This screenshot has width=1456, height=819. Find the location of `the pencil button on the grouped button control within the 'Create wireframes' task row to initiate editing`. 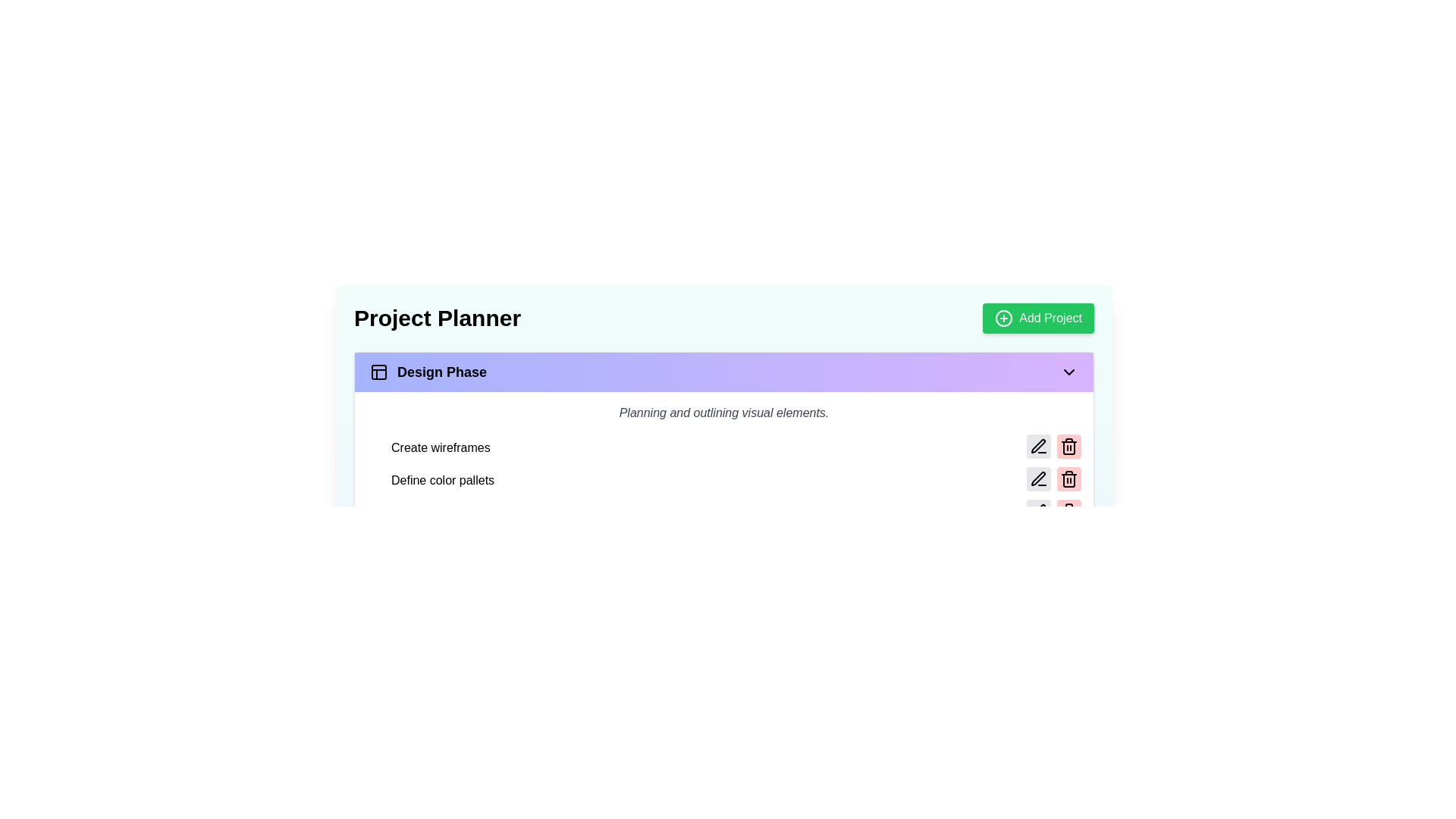

the pencil button on the grouped button control within the 'Create wireframes' task row to initiate editing is located at coordinates (1053, 447).